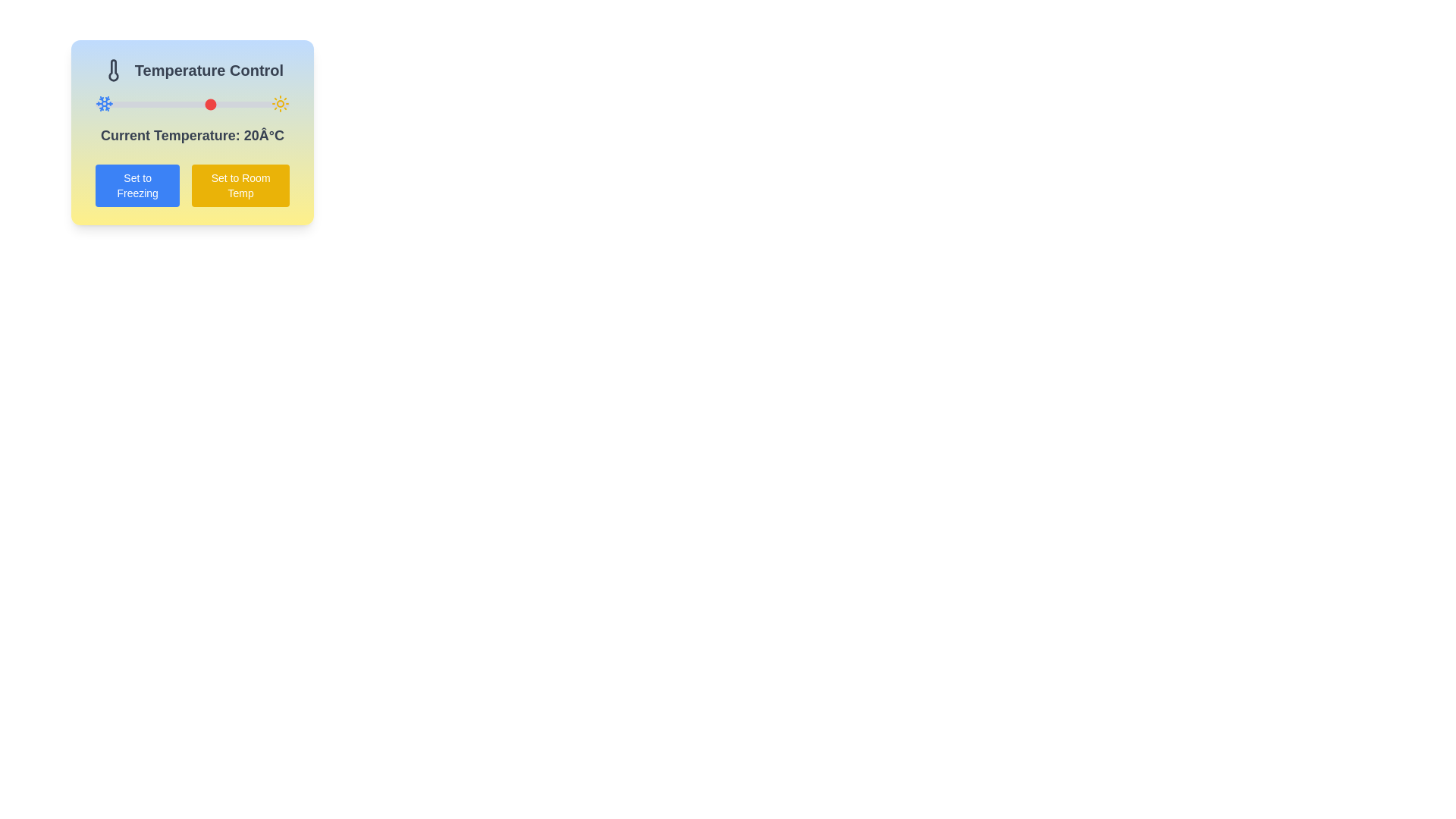 The width and height of the screenshot is (1456, 819). I want to click on the textual display that reads 'Current Temperature: 20Â°C', which is located centrally within the 'Temperature Control' card, just below the slider and above the buttons, so click(192, 134).